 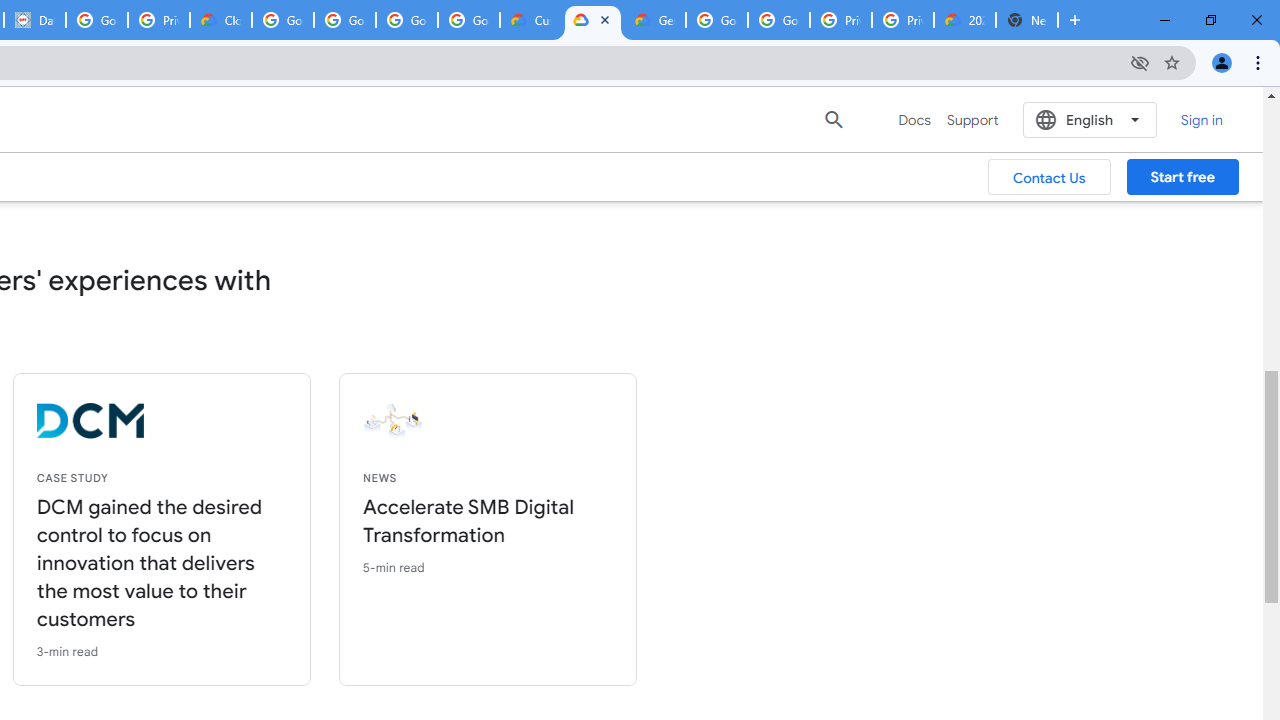 What do you see at coordinates (1027, 20) in the screenshot?
I see `'New Tab'` at bounding box center [1027, 20].